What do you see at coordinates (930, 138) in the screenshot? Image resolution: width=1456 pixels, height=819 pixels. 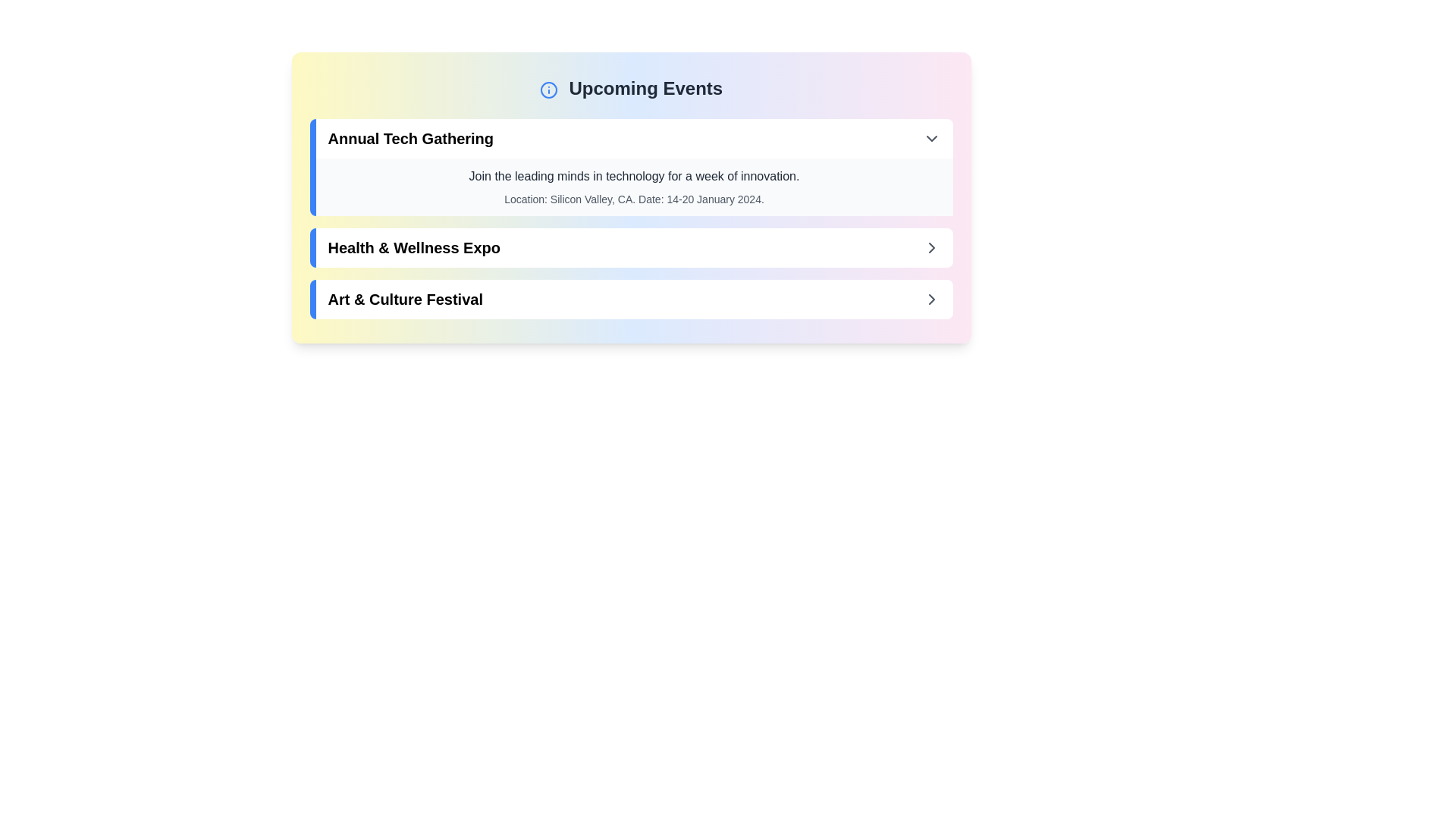 I see `the Icon Button in the header of the 'Annual Tech Gathering' event card` at bounding box center [930, 138].